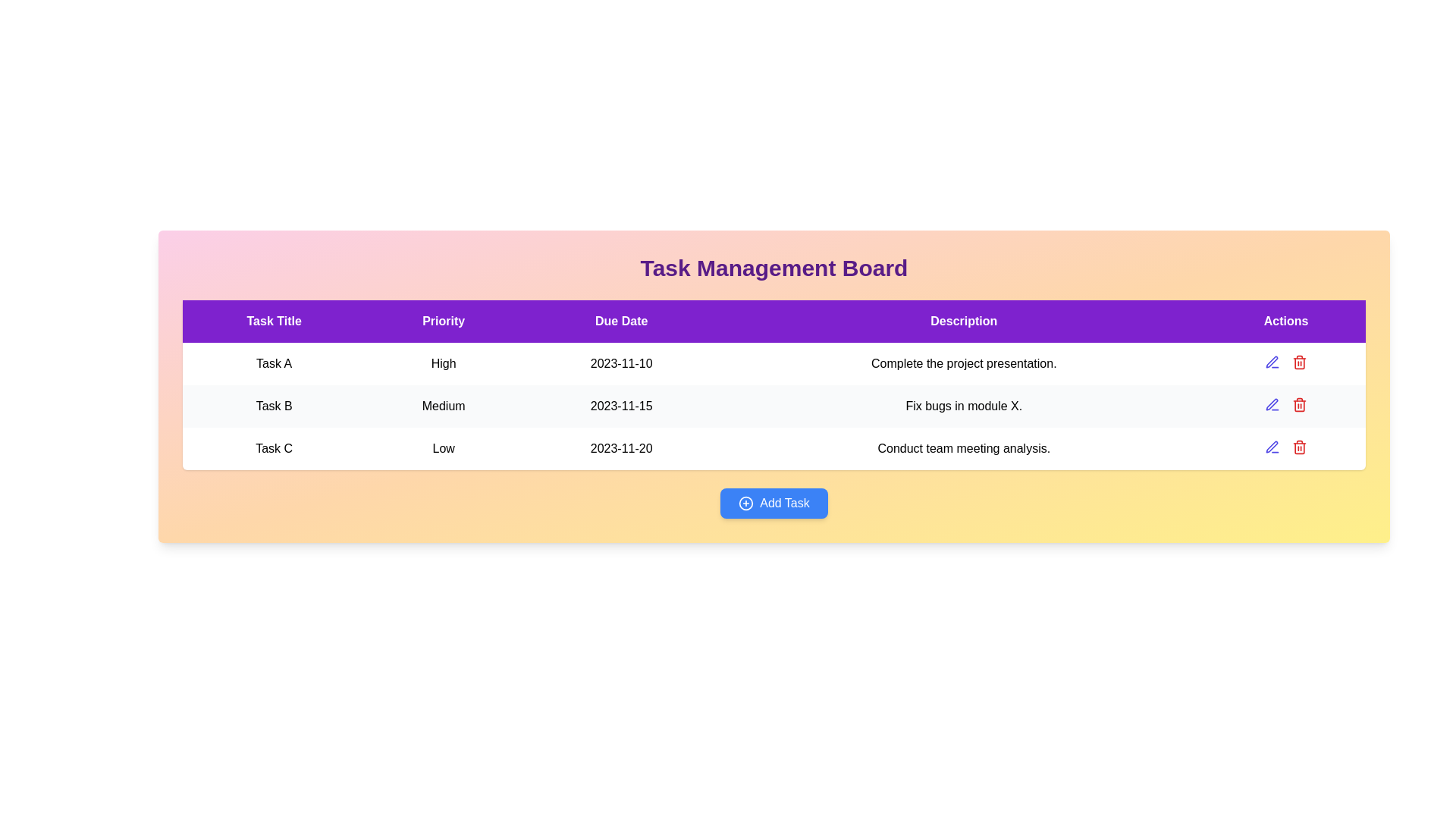  I want to click on the blue 'Add Task' button with rounded edges and a plus sign icon, located at the bottom center of the 'Task Management Board' section, to initiate task addition, so click(774, 503).